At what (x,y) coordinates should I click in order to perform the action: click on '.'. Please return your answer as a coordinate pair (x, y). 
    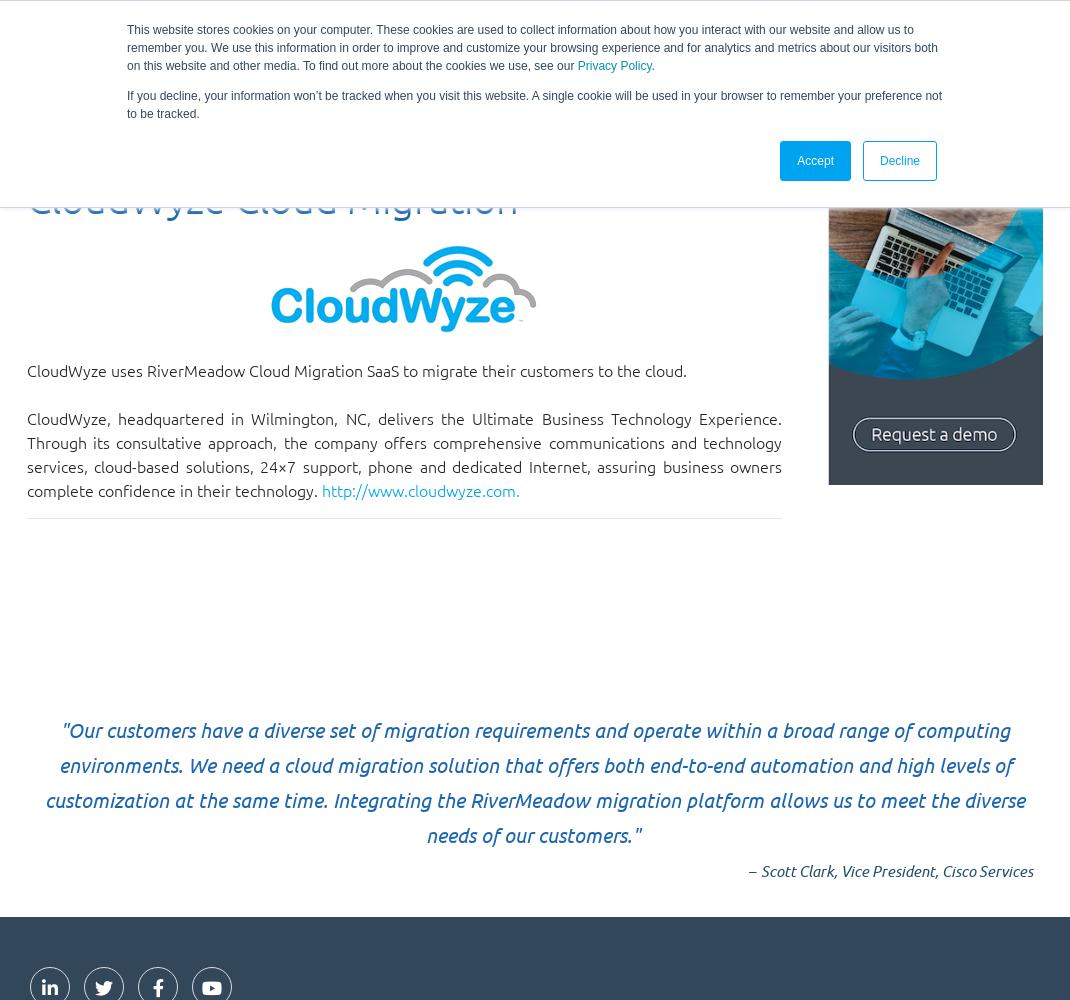
    Looking at the image, I should click on (652, 65).